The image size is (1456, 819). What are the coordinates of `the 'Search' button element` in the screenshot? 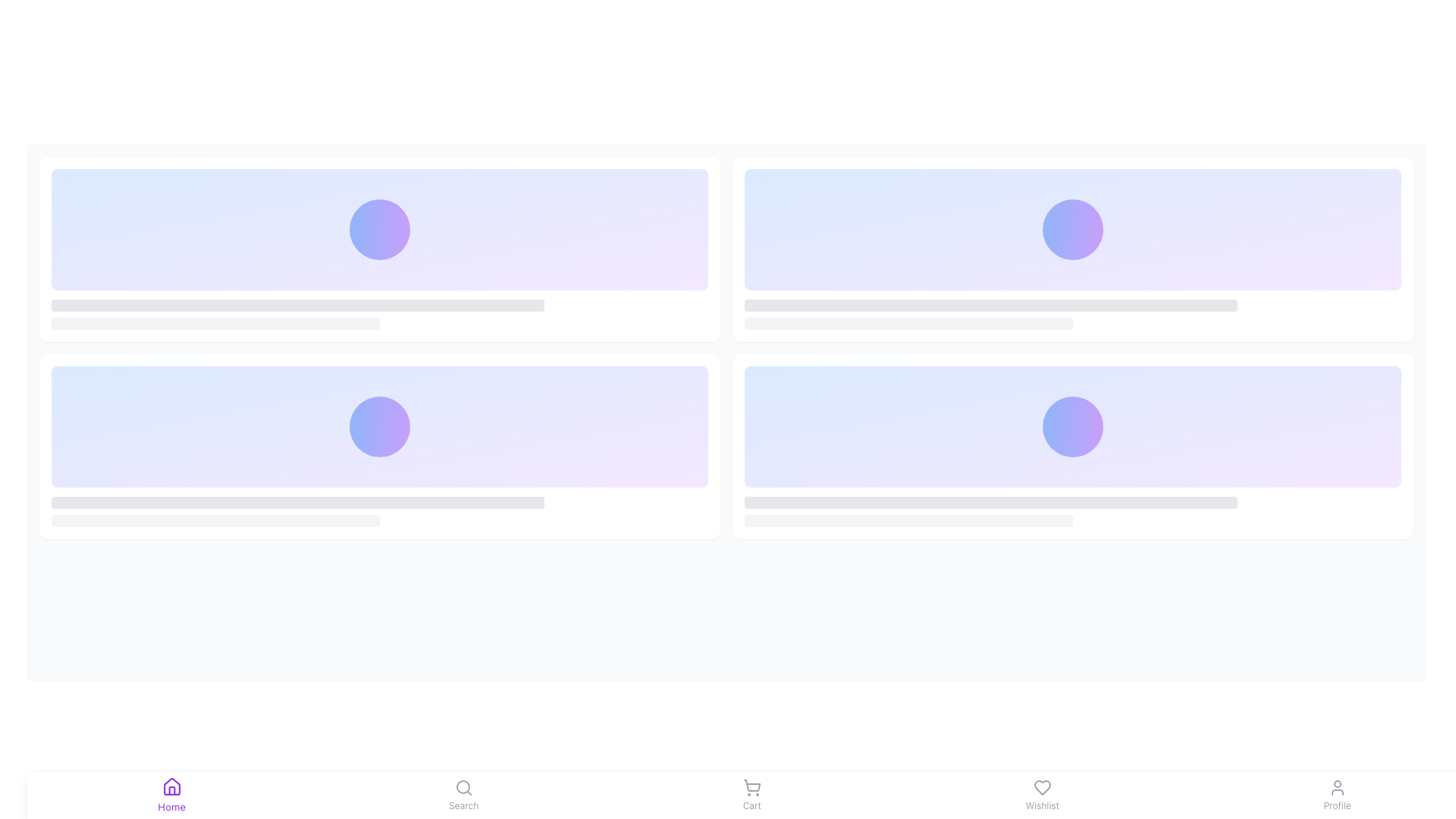 It's located at (463, 794).